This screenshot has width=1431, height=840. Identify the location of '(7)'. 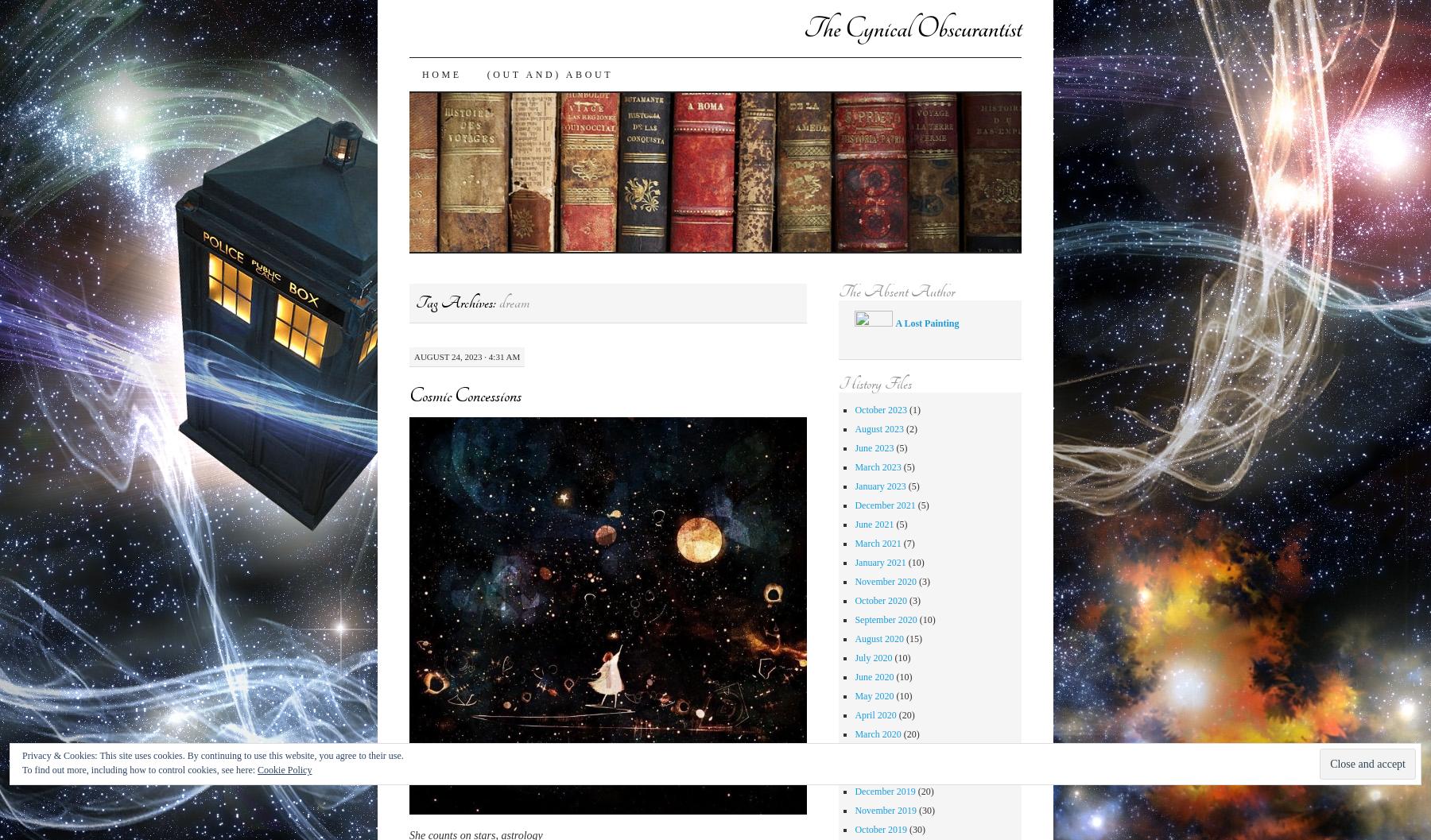
(899, 542).